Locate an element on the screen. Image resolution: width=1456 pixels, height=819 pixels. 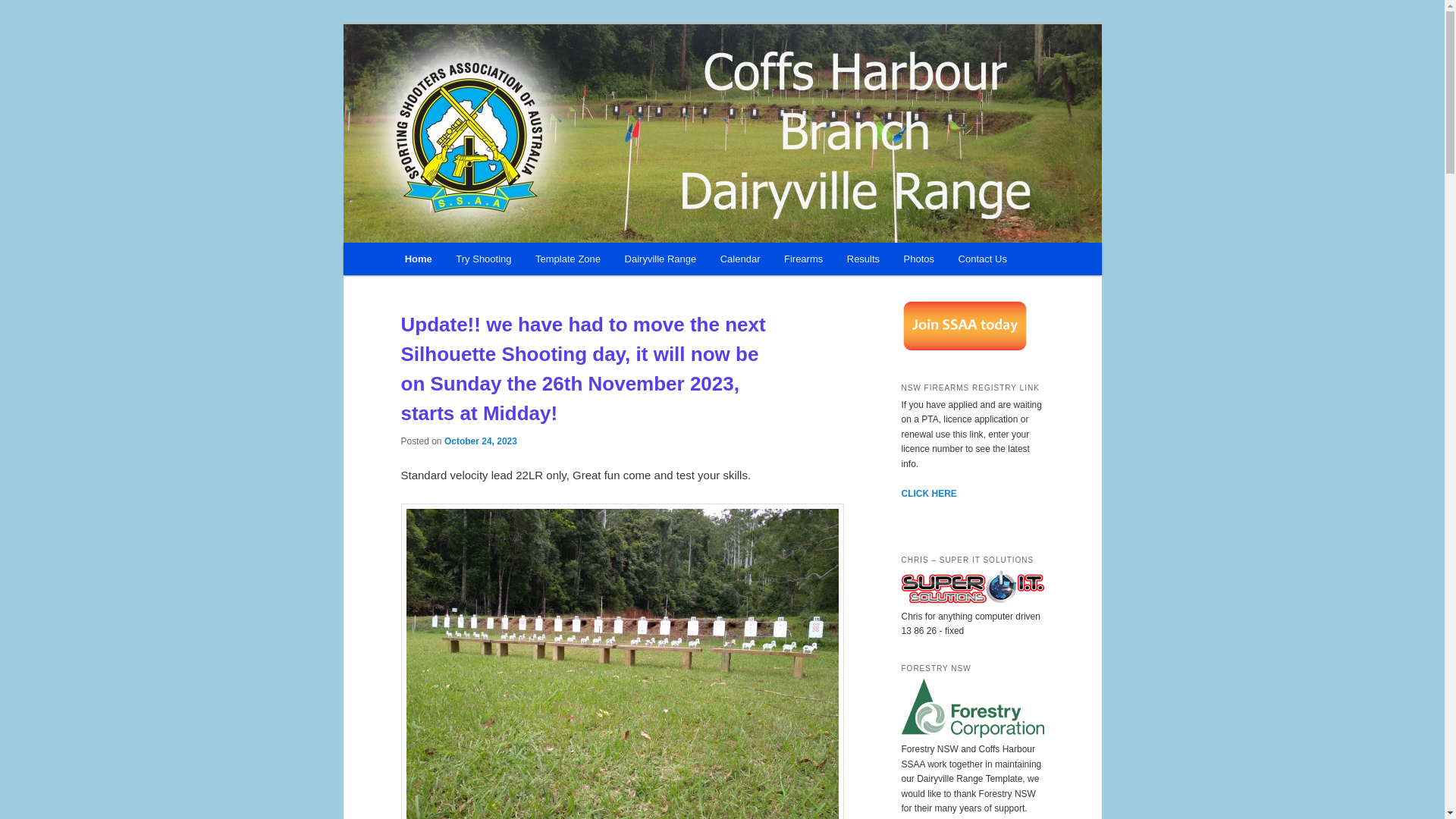
'Skip to primary content' is located at coordinates (472, 260).